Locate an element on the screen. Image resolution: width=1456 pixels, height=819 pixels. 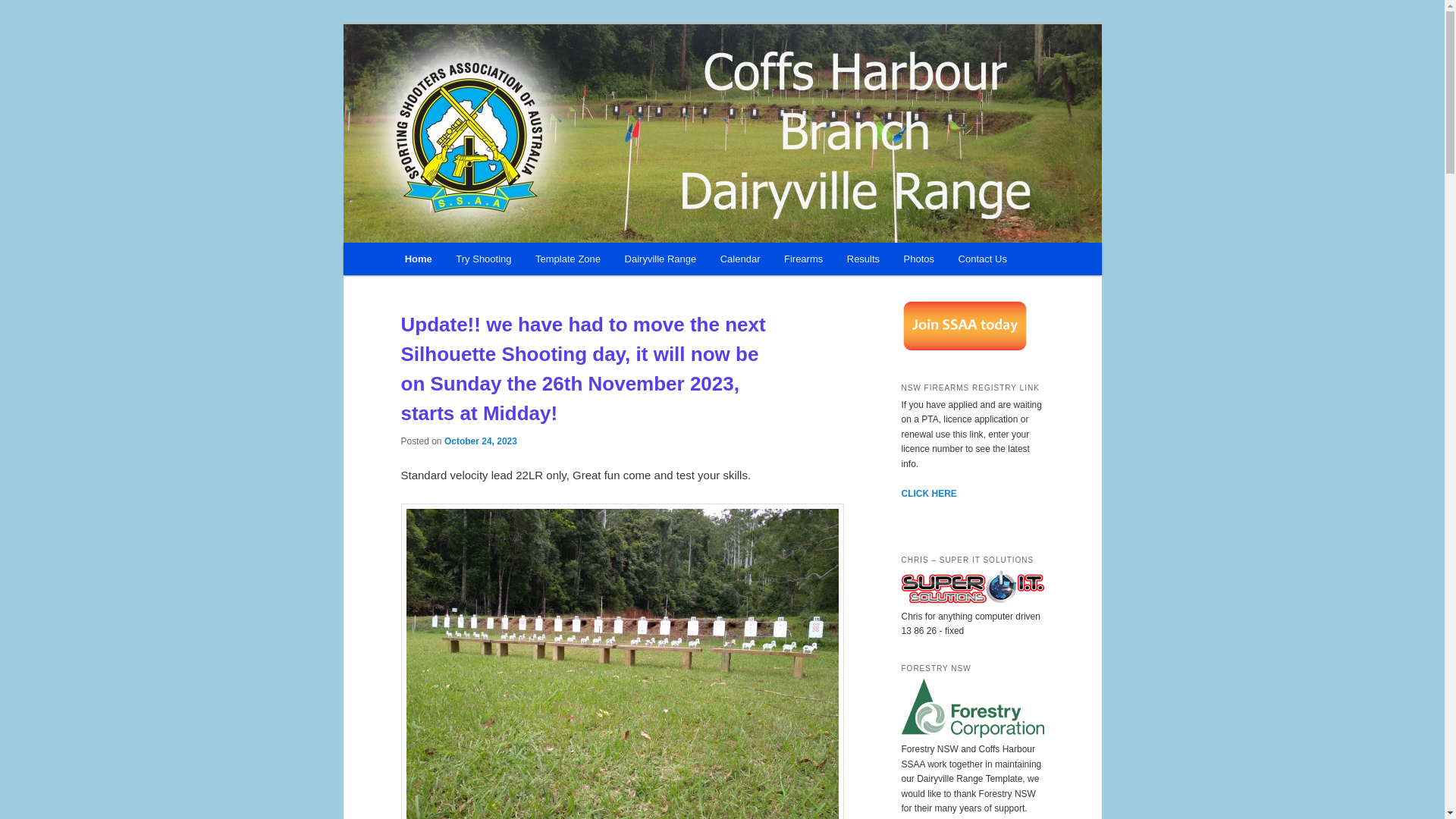
'Skip to primary content' is located at coordinates (472, 260).